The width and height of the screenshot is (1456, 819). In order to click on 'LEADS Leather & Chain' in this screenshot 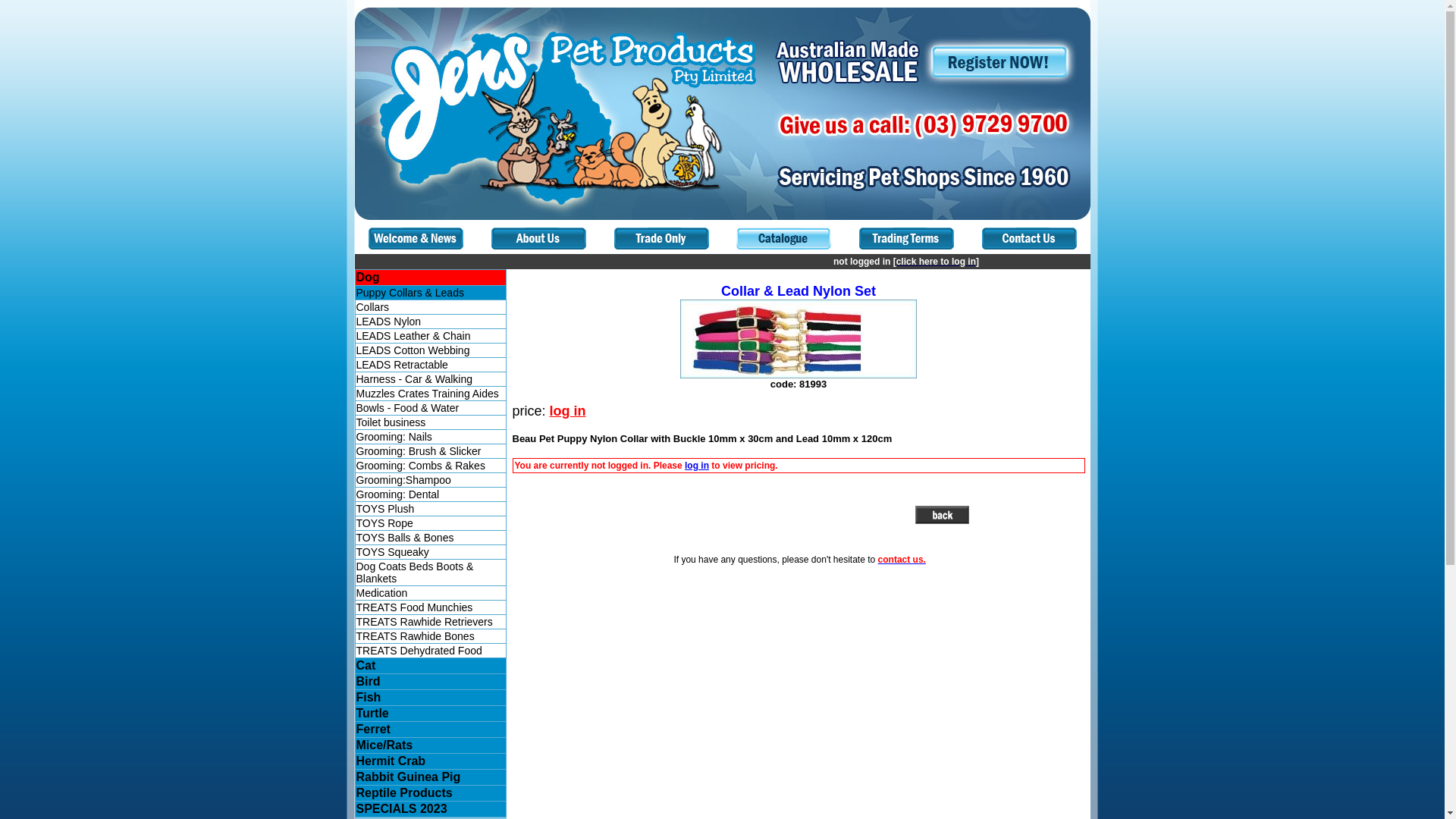, I will do `click(413, 335)`.